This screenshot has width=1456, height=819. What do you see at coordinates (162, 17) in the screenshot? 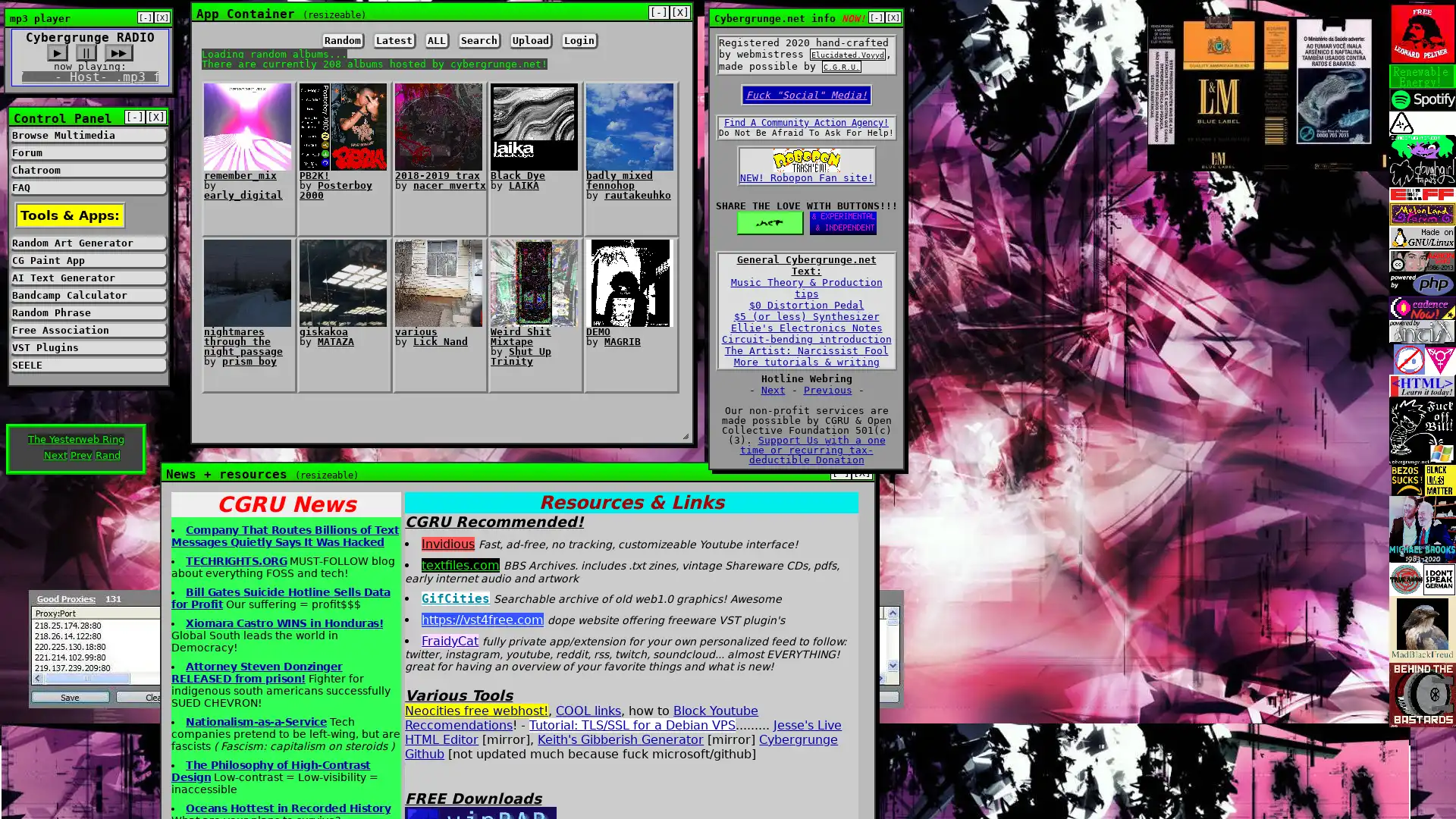
I see `[X]` at bounding box center [162, 17].